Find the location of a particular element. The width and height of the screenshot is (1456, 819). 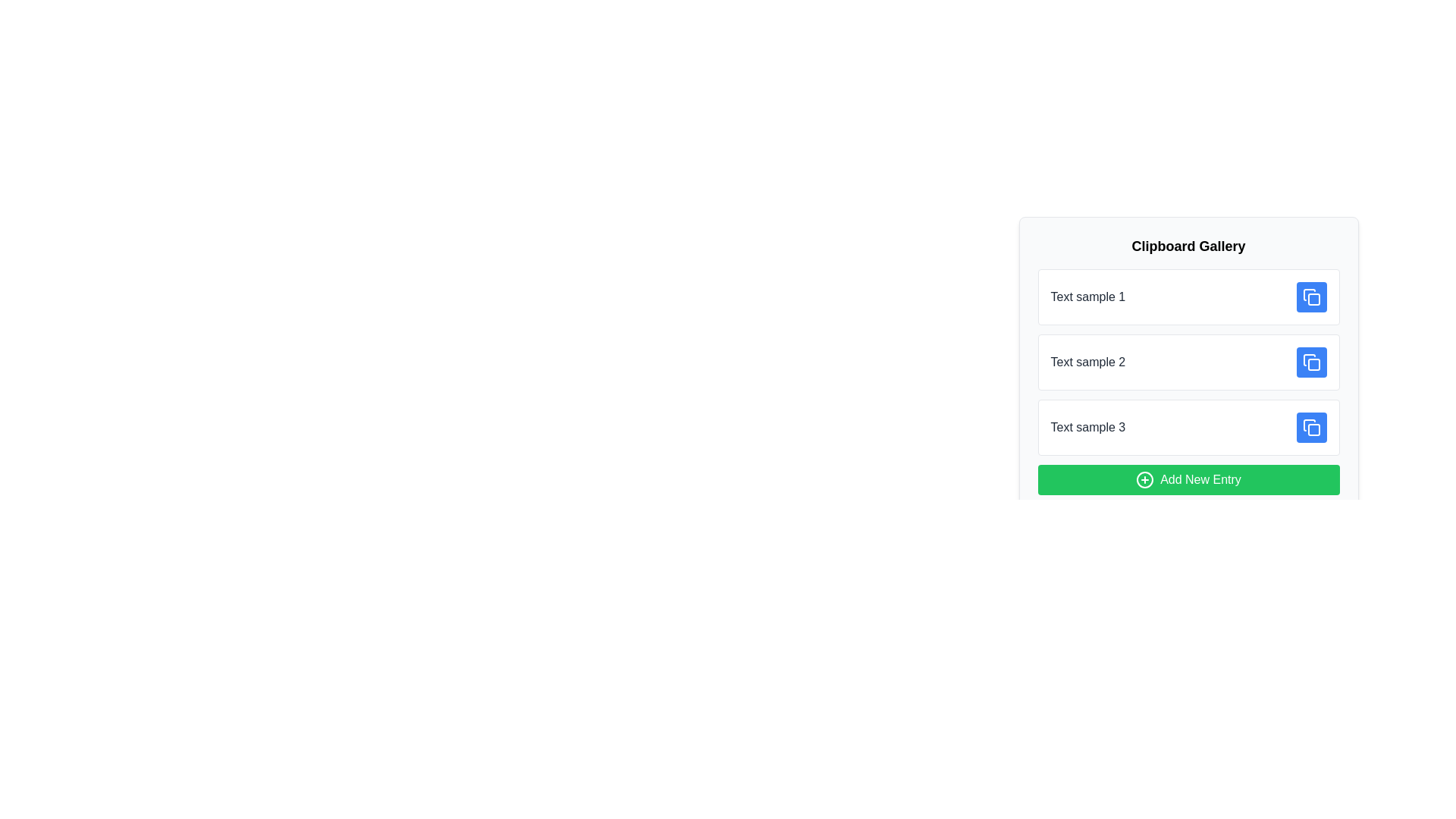

the SVG graphical element representing the 'Add New Entry' button, located at the center of the icon below the Clipboard Gallery entries is located at coordinates (1145, 479).